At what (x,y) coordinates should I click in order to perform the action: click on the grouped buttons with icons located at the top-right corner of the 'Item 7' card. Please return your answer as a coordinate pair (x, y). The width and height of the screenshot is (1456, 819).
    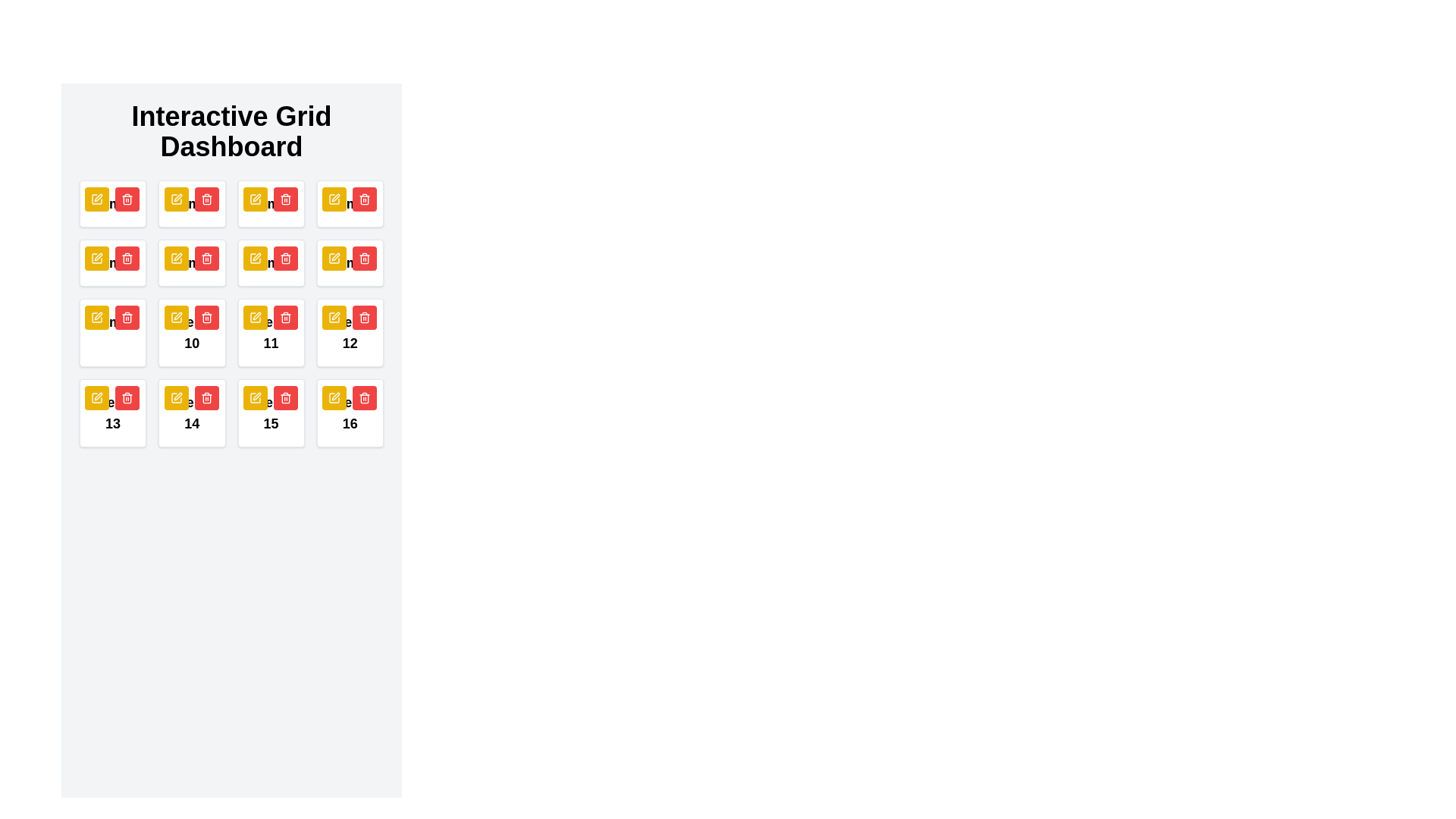
    Looking at the image, I should click on (270, 257).